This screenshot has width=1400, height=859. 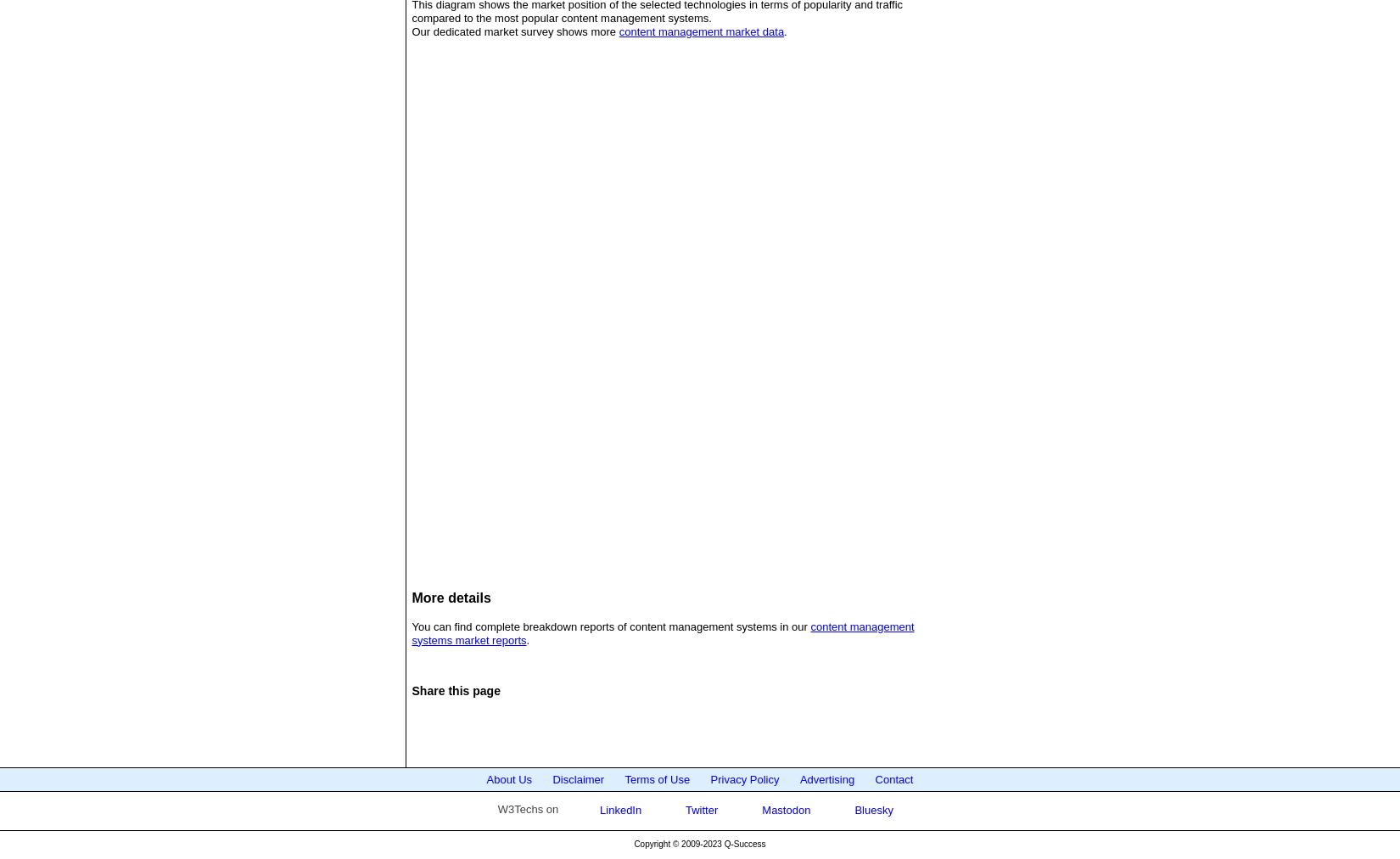 What do you see at coordinates (410, 30) in the screenshot?
I see `'Our dedicated market survey shows more'` at bounding box center [410, 30].